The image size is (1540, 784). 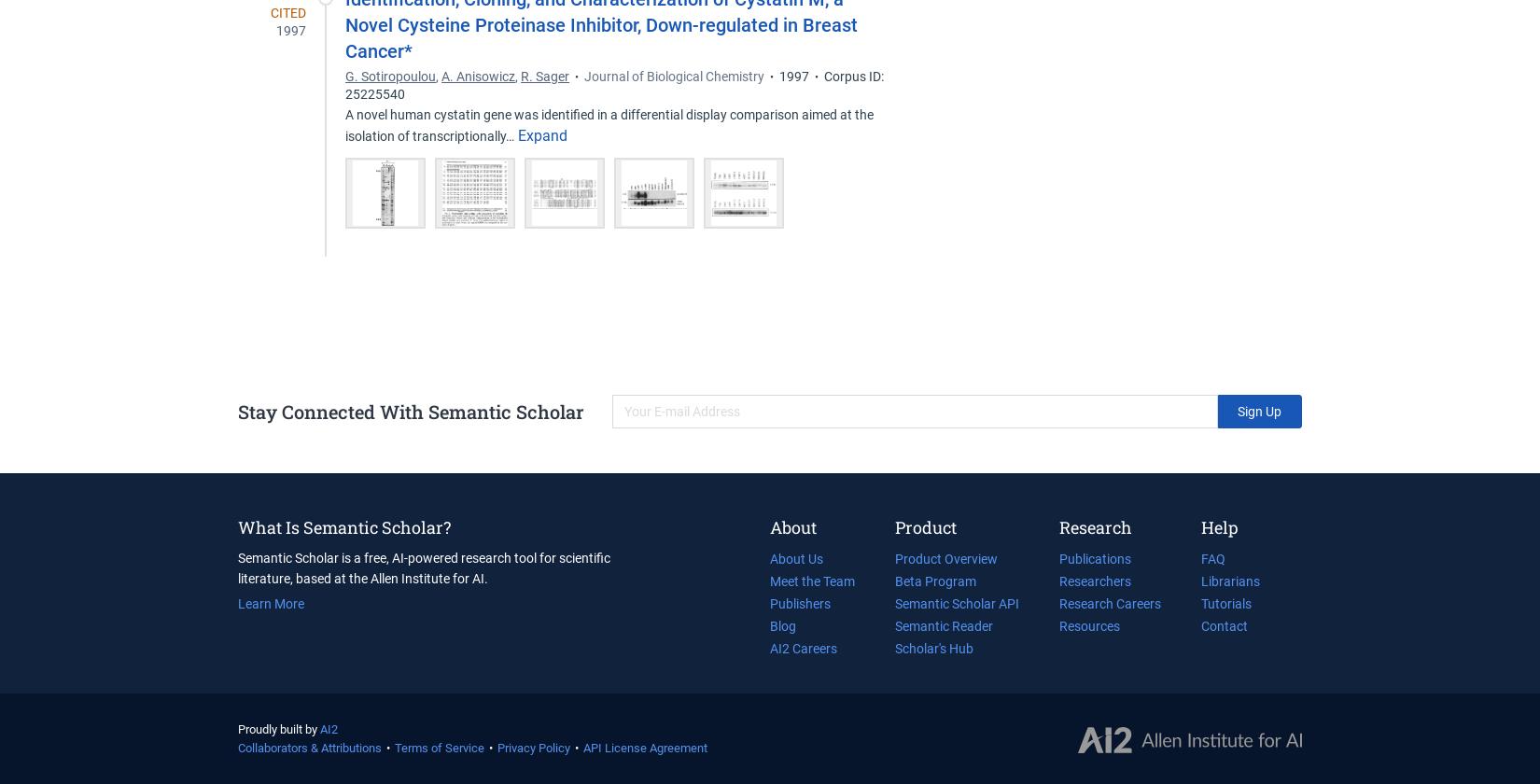 I want to click on 'Publications', so click(x=1095, y=559).